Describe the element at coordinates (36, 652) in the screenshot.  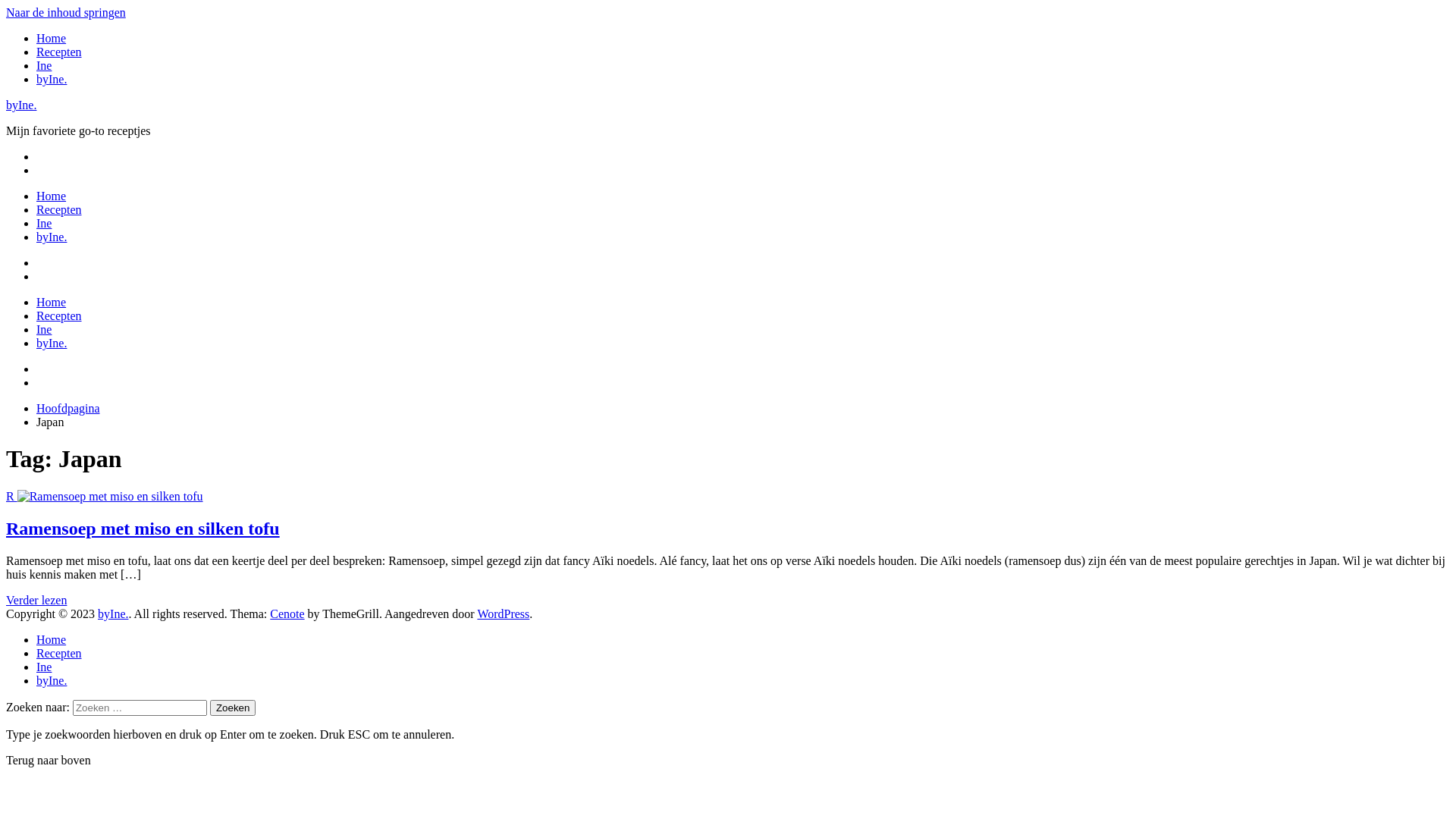
I see `'Recepten'` at that location.